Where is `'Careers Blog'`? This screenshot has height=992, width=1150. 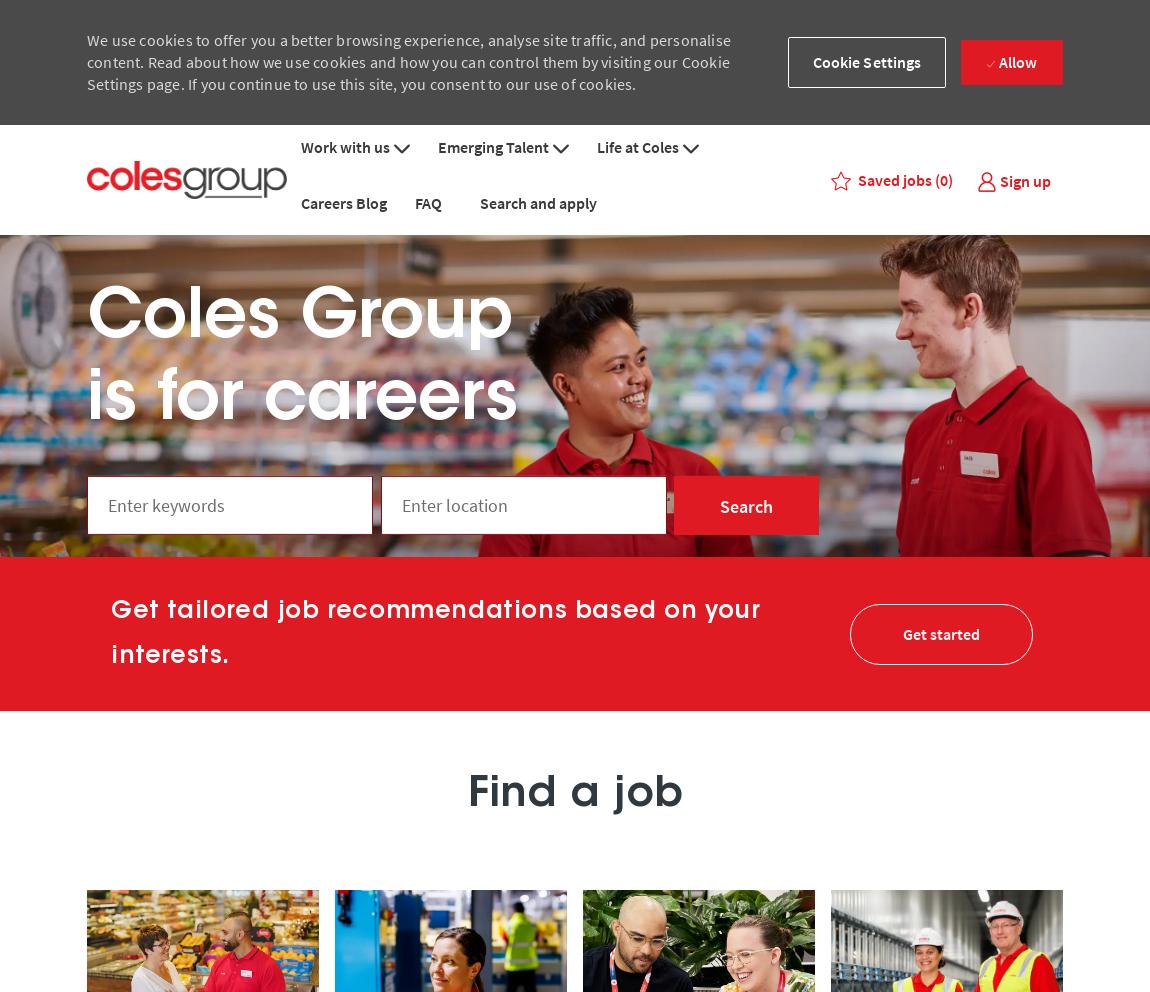 'Careers Blog' is located at coordinates (343, 201).